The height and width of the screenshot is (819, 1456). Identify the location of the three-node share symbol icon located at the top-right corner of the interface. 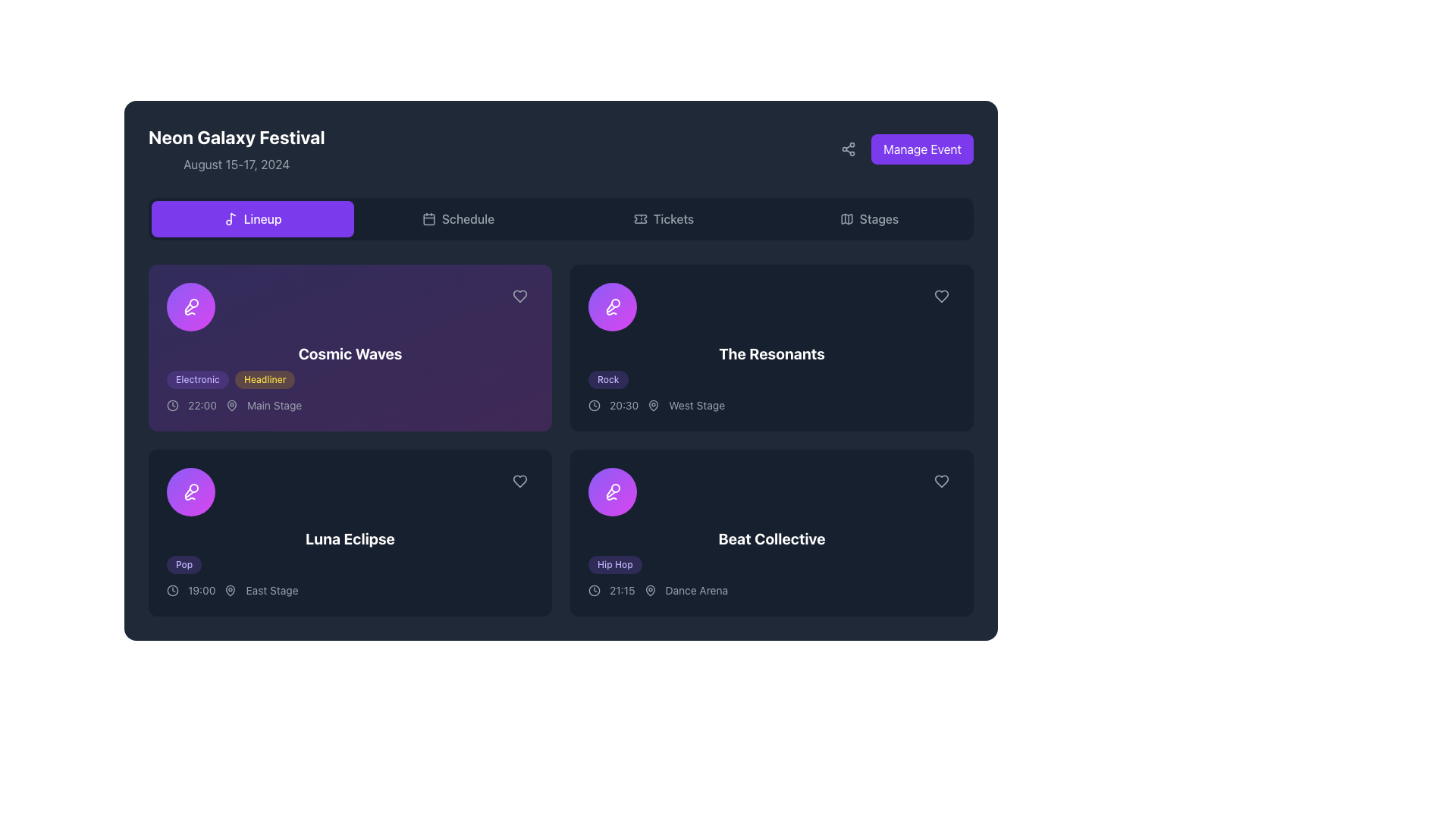
(848, 149).